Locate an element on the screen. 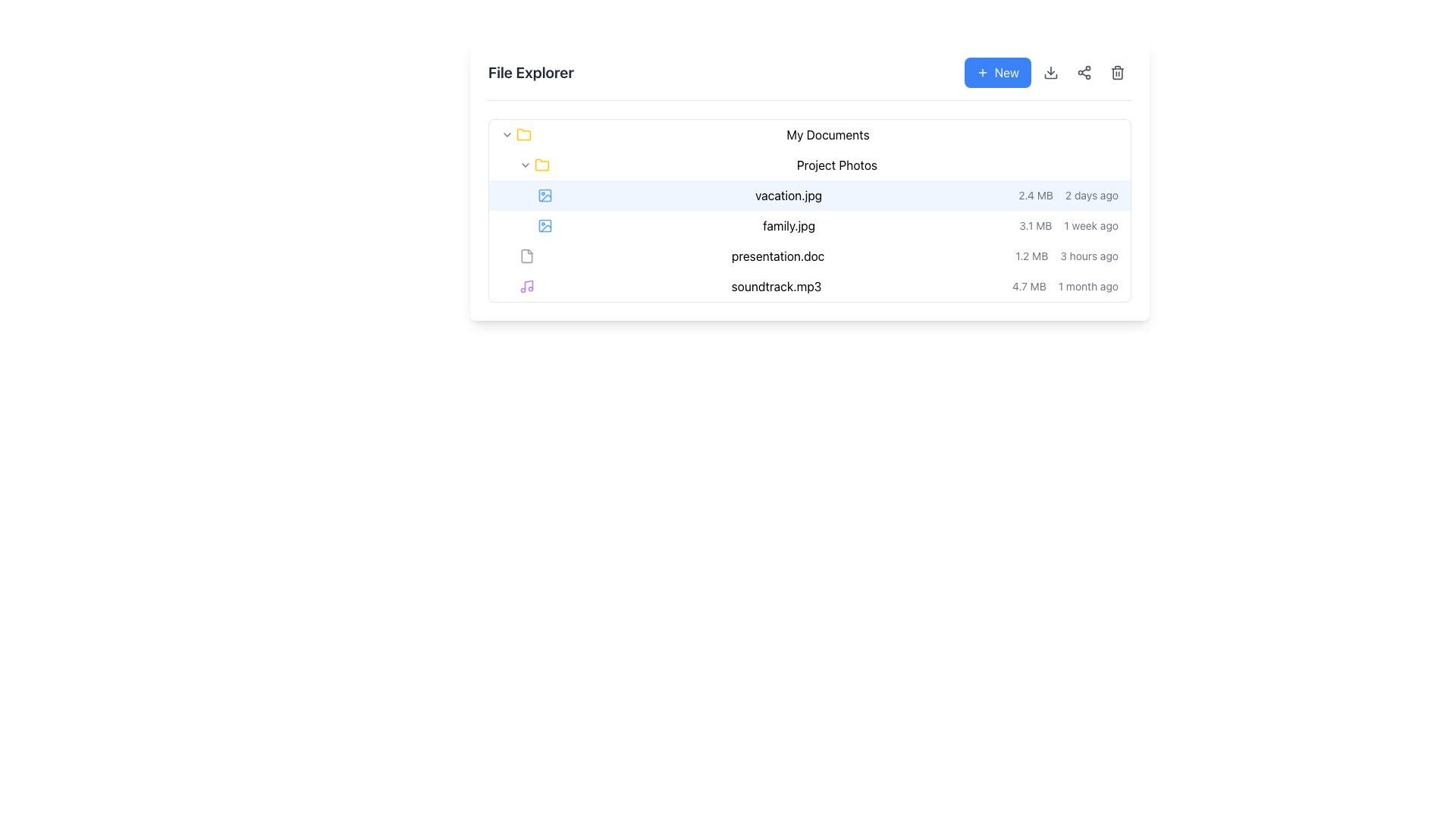  the button located in the top-right corner of the interface, next to the label 'File Explorer' is located at coordinates (997, 73).